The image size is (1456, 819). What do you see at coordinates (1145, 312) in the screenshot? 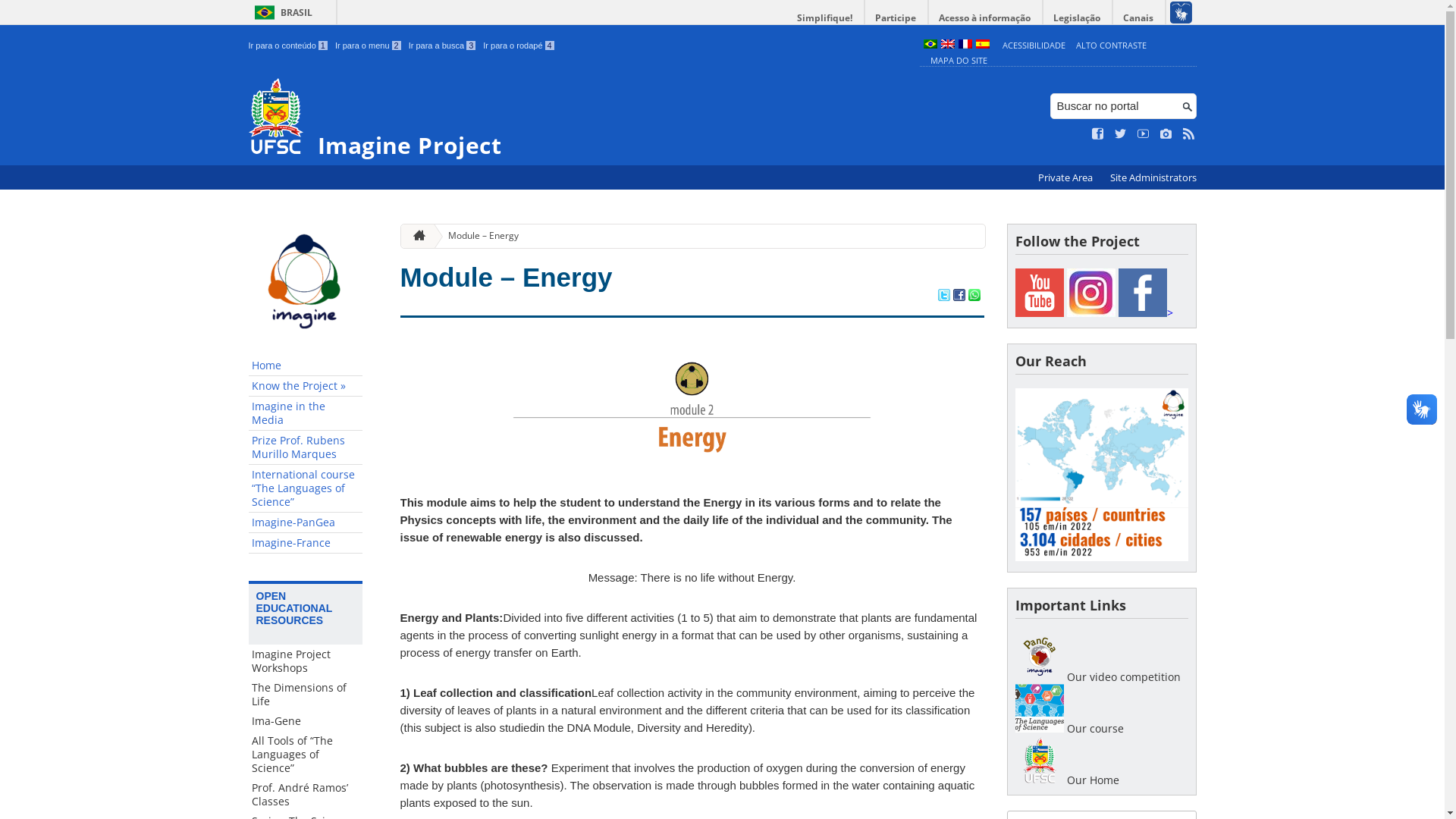
I see `'>'` at bounding box center [1145, 312].